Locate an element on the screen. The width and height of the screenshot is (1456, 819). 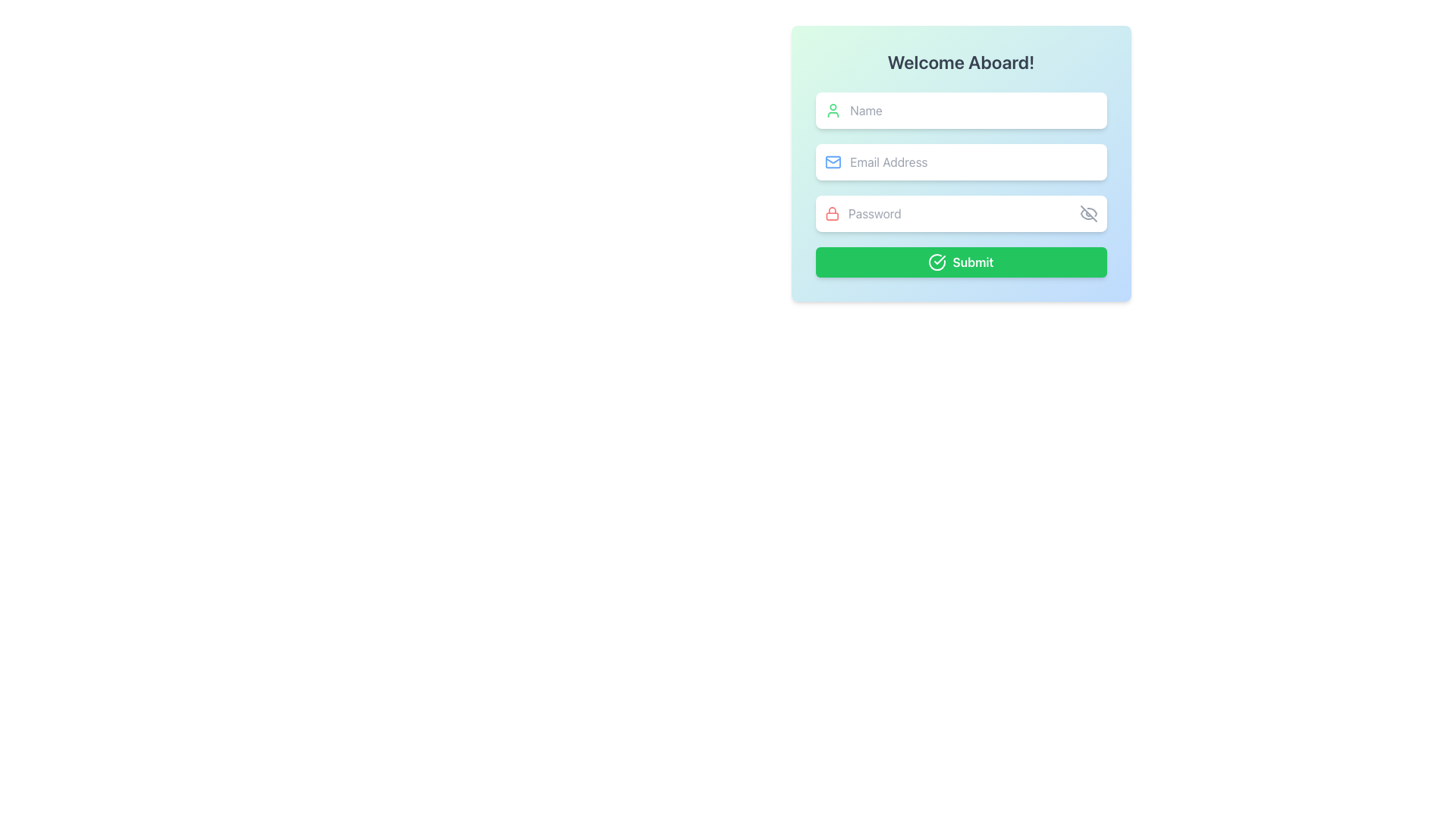
the circular check icon within the 'Submit' button, which is a vector-based graphic element with a white background and green border is located at coordinates (937, 262).